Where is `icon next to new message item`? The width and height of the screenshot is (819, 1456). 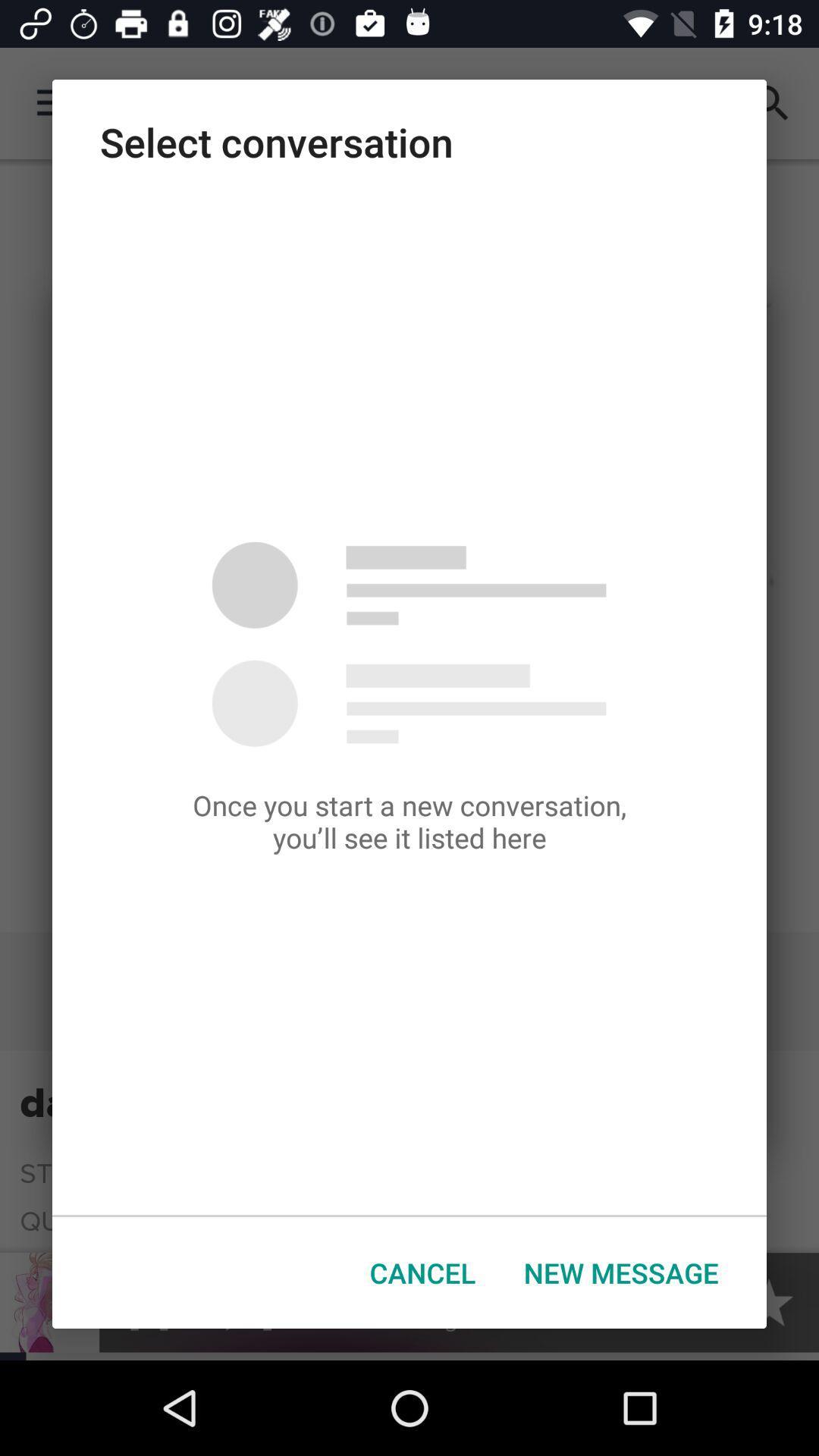
icon next to new message item is located at coordinates (422, 1272).